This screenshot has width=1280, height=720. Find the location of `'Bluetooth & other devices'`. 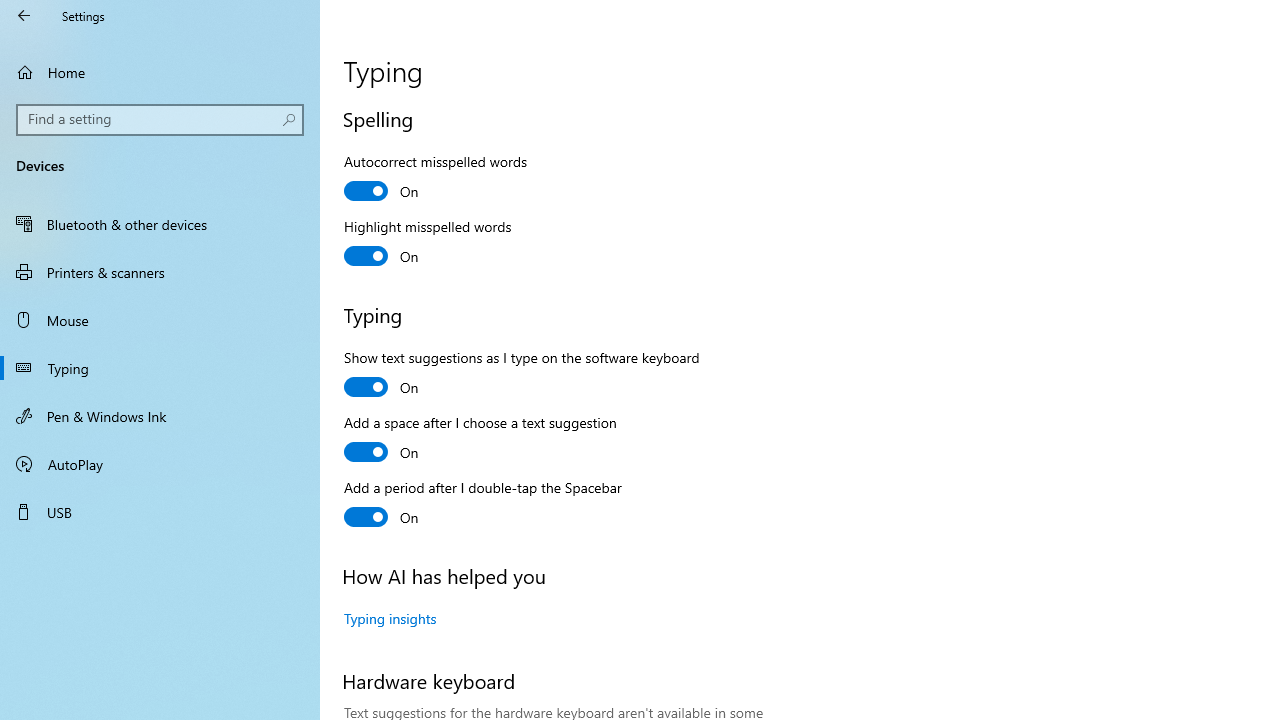

'Bluetooth & other devices' is located at coordinates (160, 223).